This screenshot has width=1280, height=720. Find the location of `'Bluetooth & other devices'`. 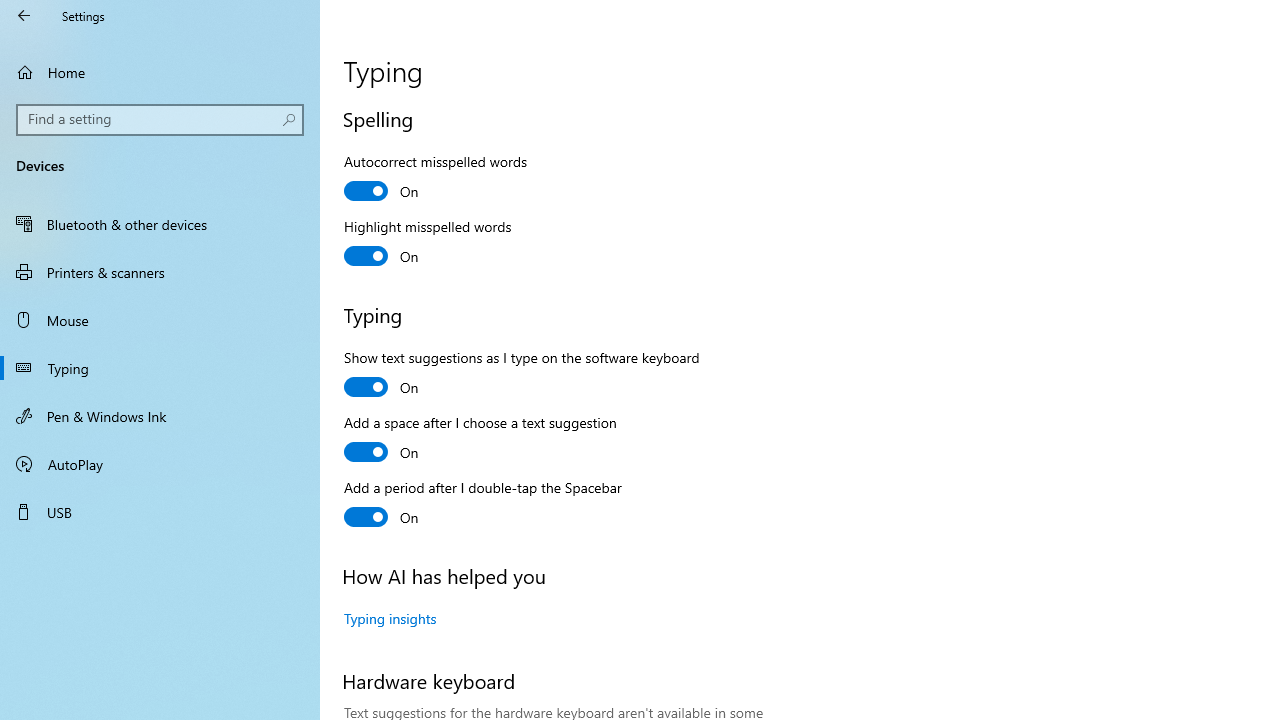

'Bluetooth & other devices' is located at coordinates (160, 223).